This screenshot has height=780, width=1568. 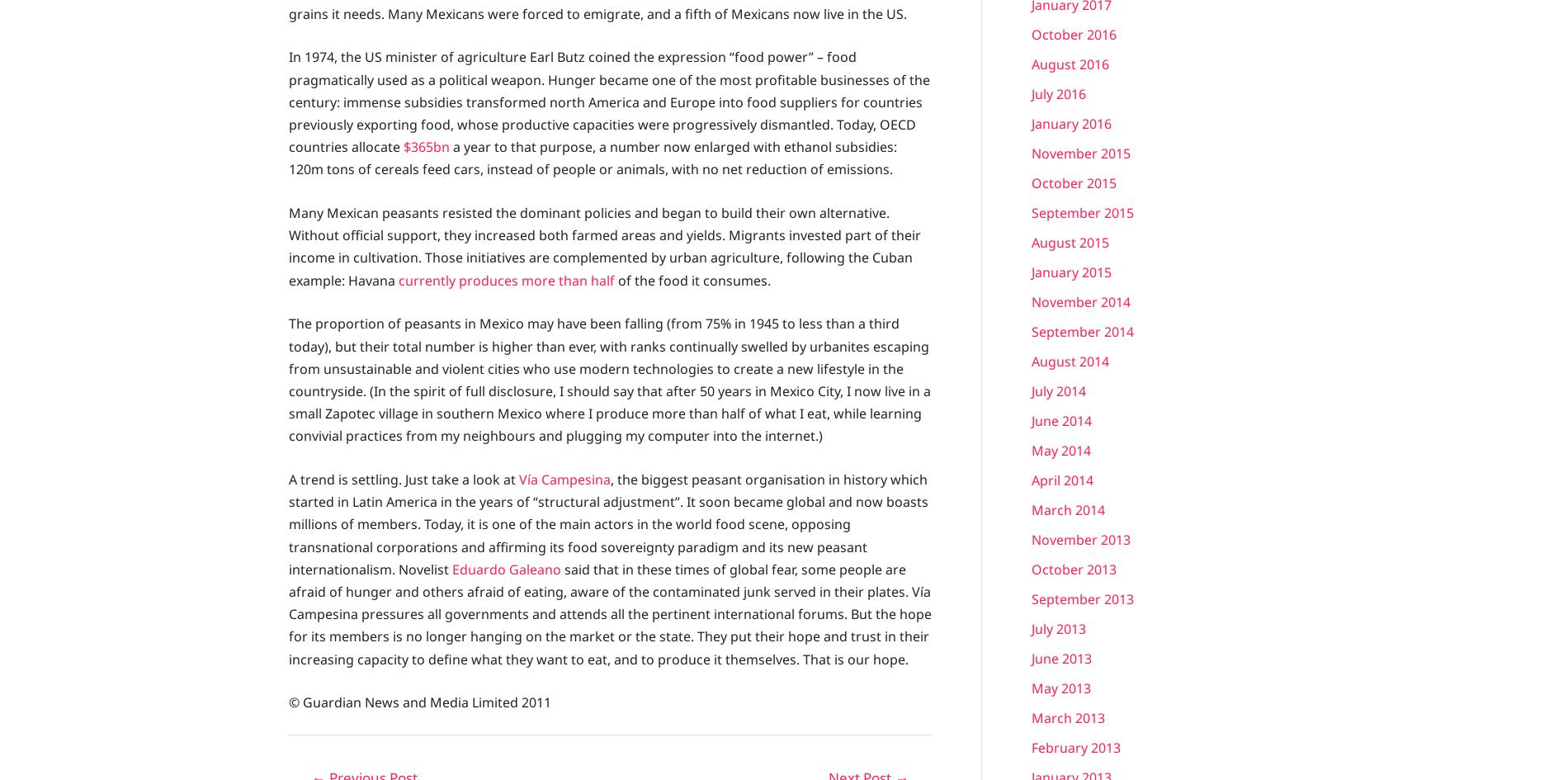 I want to click on 'Eduardo Galeano', so click(x=507, y=568).